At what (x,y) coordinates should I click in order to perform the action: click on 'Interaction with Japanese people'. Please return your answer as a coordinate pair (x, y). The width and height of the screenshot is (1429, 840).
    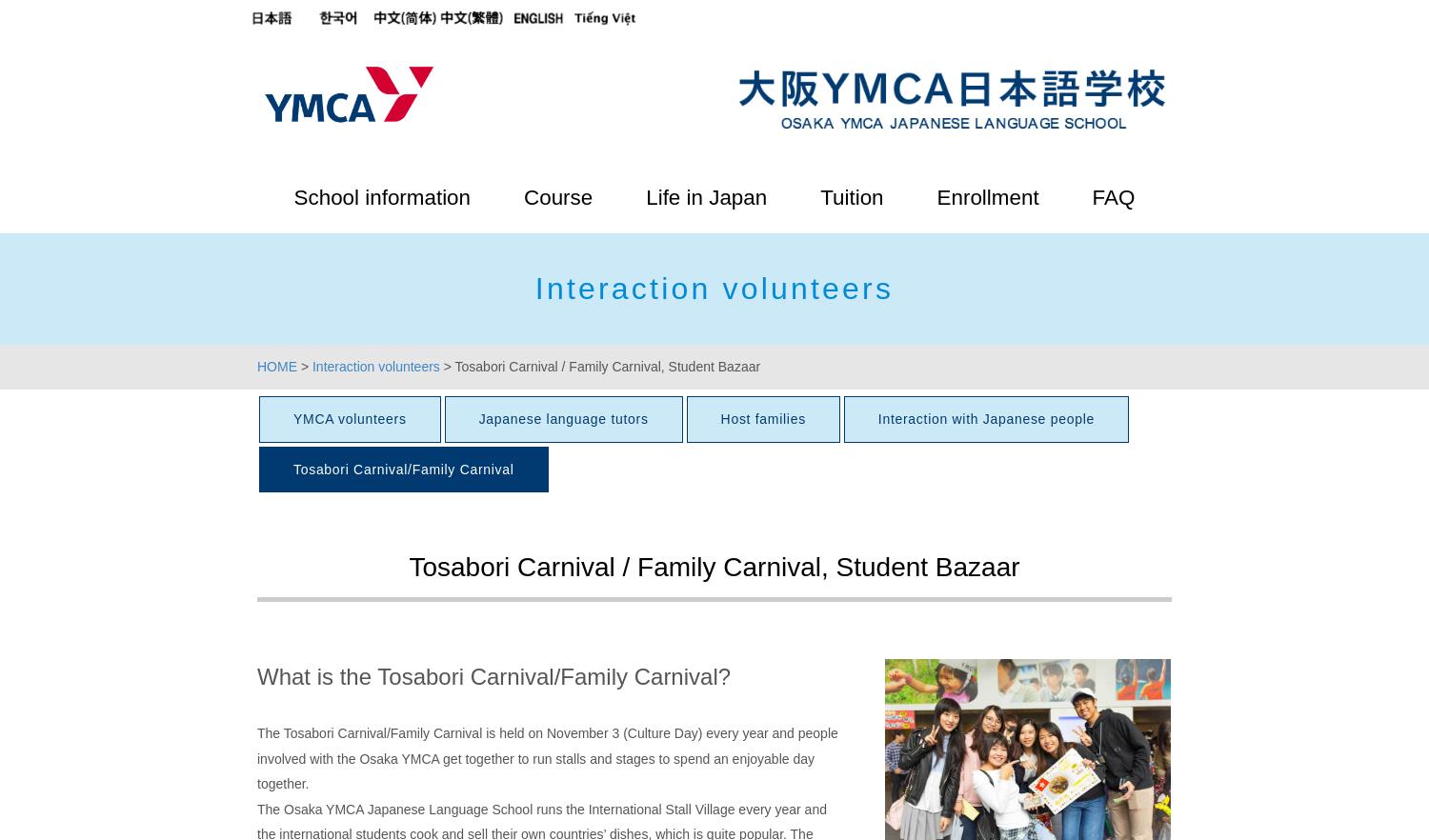
    Looking at the image, I should click on (985, 416).